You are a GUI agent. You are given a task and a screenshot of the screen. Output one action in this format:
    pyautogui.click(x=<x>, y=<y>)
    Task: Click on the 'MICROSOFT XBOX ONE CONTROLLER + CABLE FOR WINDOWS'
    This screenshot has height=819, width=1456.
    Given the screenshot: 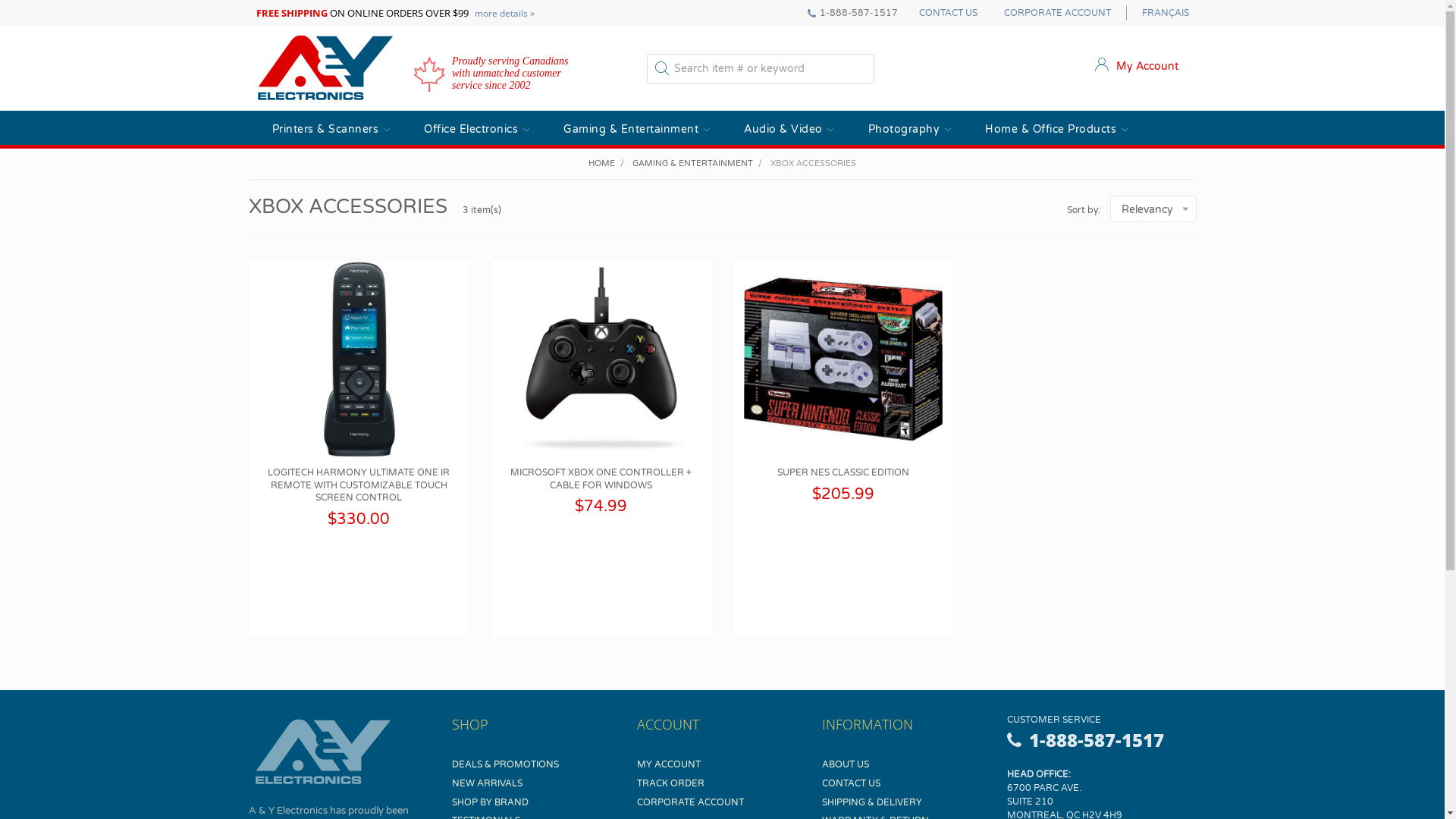 What is the action you would take?
    pyautogui.click(x=600, y=479)
    